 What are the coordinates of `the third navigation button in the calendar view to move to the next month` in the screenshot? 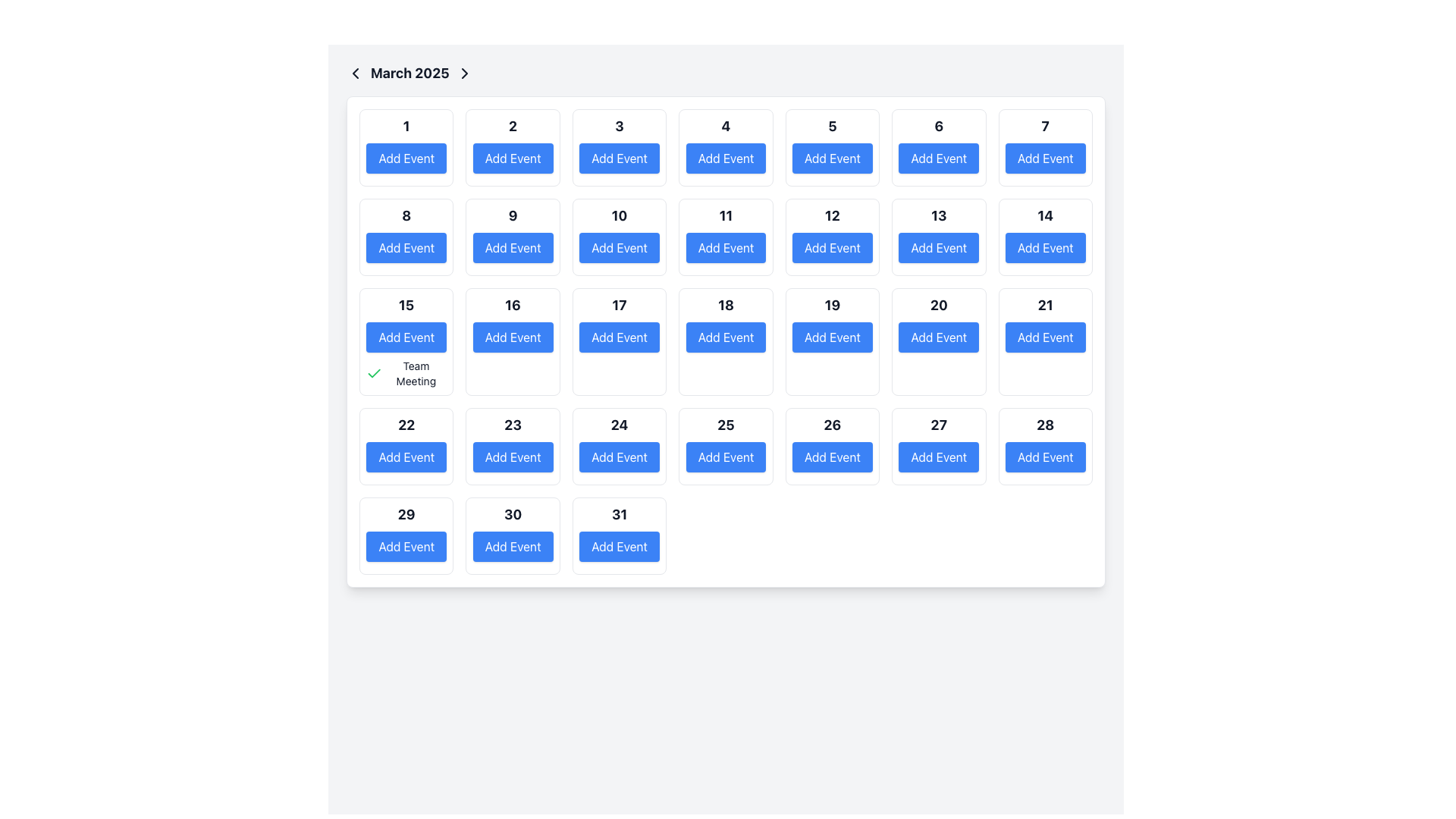 It's located at (463, 73).